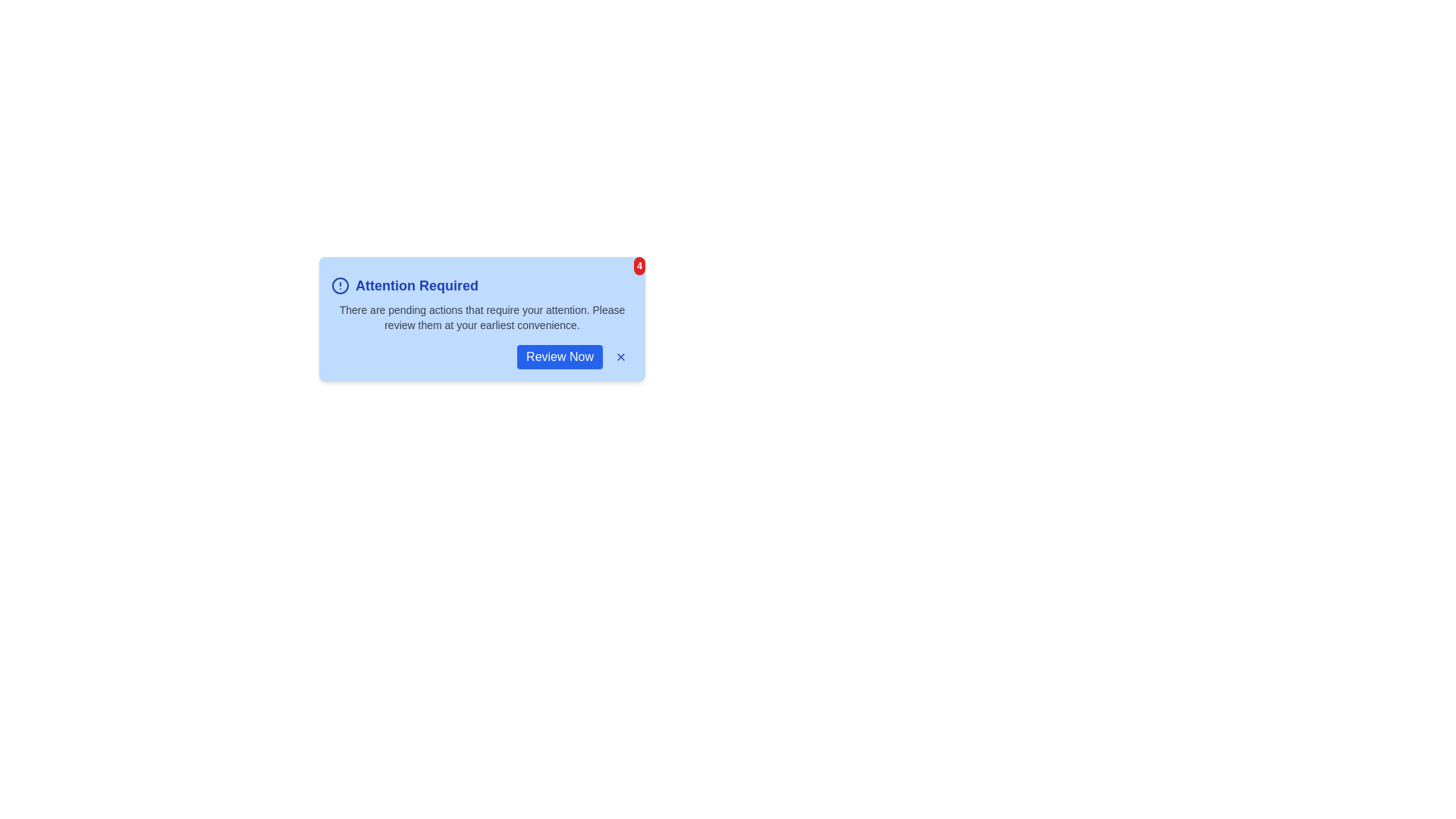 This screenshot has width=1456, height=819. I want to click on the notification count displayed on the circular notification badge indicating '4' pending actions, located at the top-right corner of the blue notification box, so click(639, 265).